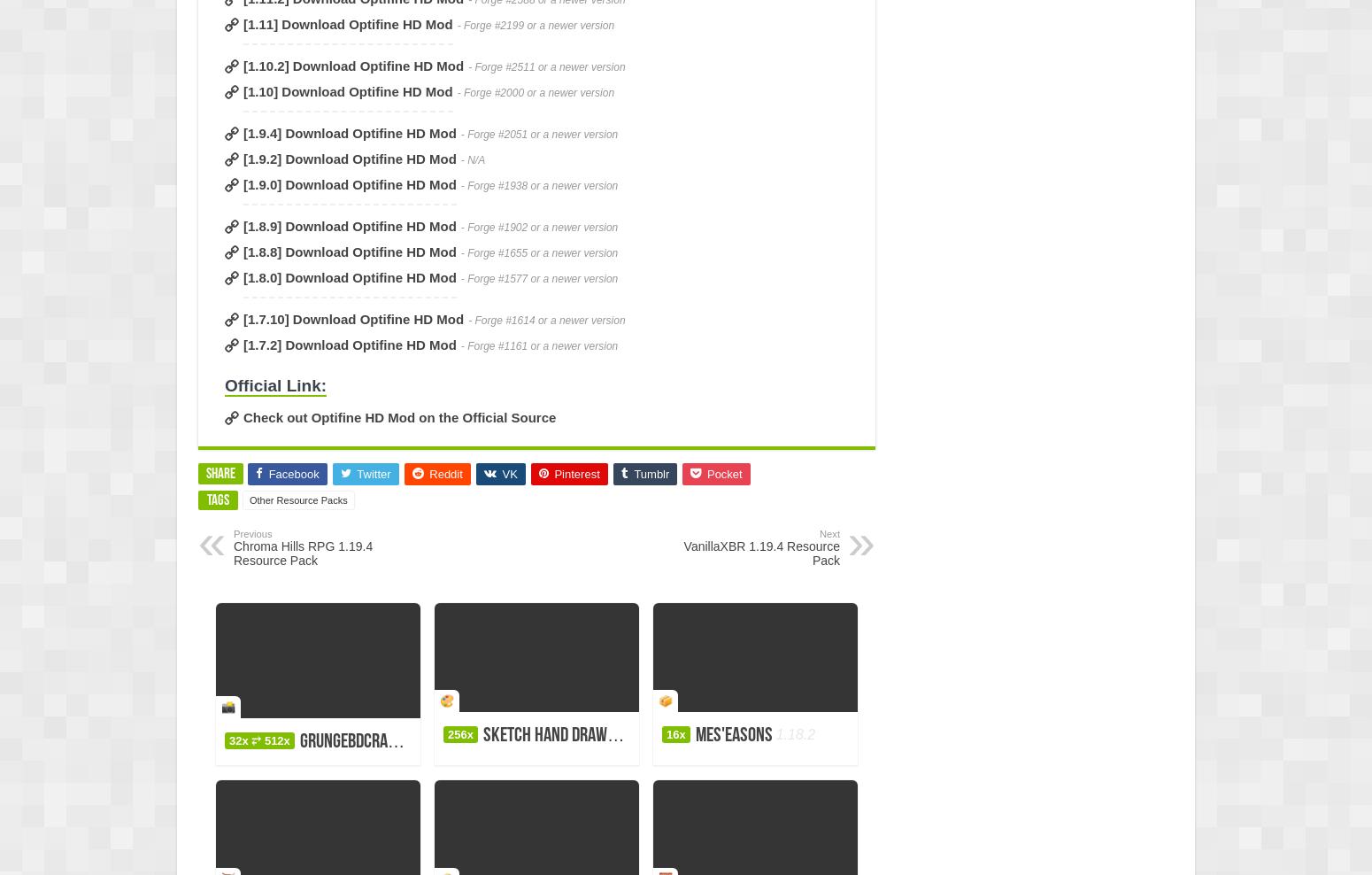 The width and height of the screenshot is (1372, 875). What do you see at coordinates (635, 734) in the screenshot?
I see `'1.8.9'` at bounding box center [635, 734].